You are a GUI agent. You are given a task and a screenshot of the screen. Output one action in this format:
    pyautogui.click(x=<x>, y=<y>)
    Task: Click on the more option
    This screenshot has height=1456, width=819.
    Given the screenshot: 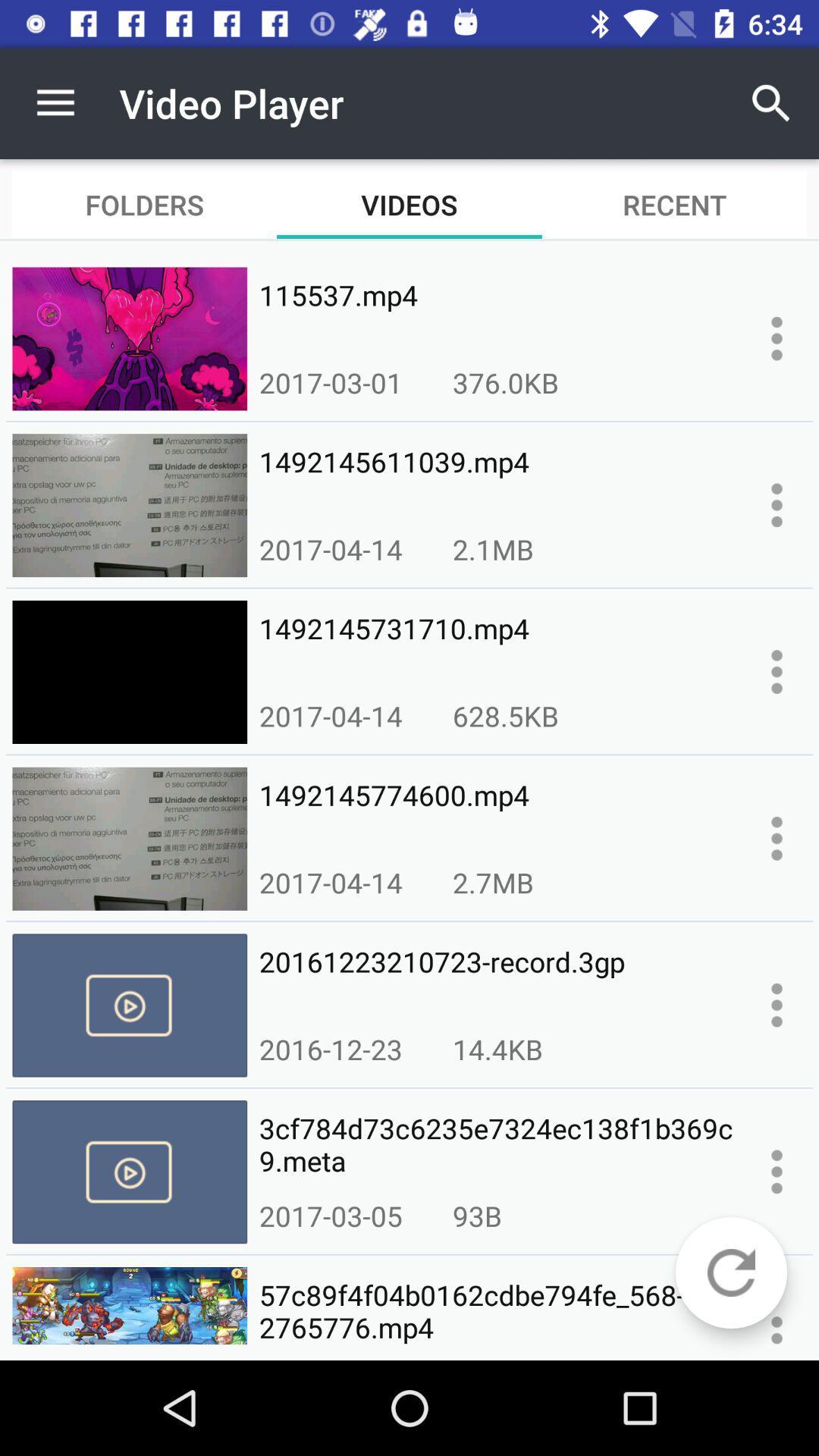 What is the action you would take?
    pyautogui.click(x=777, y=1005)
    